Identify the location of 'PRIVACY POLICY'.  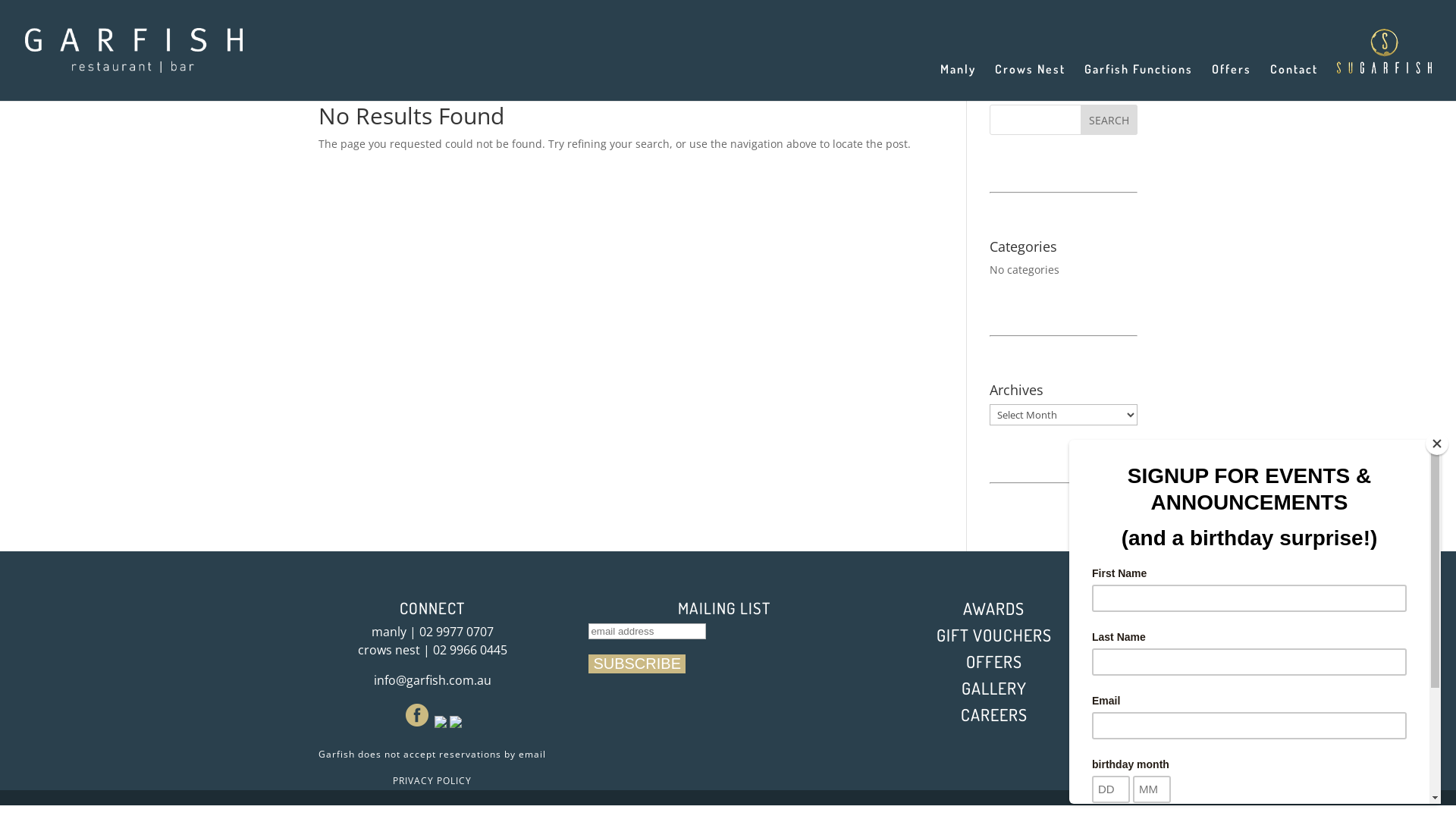
(431, 780).